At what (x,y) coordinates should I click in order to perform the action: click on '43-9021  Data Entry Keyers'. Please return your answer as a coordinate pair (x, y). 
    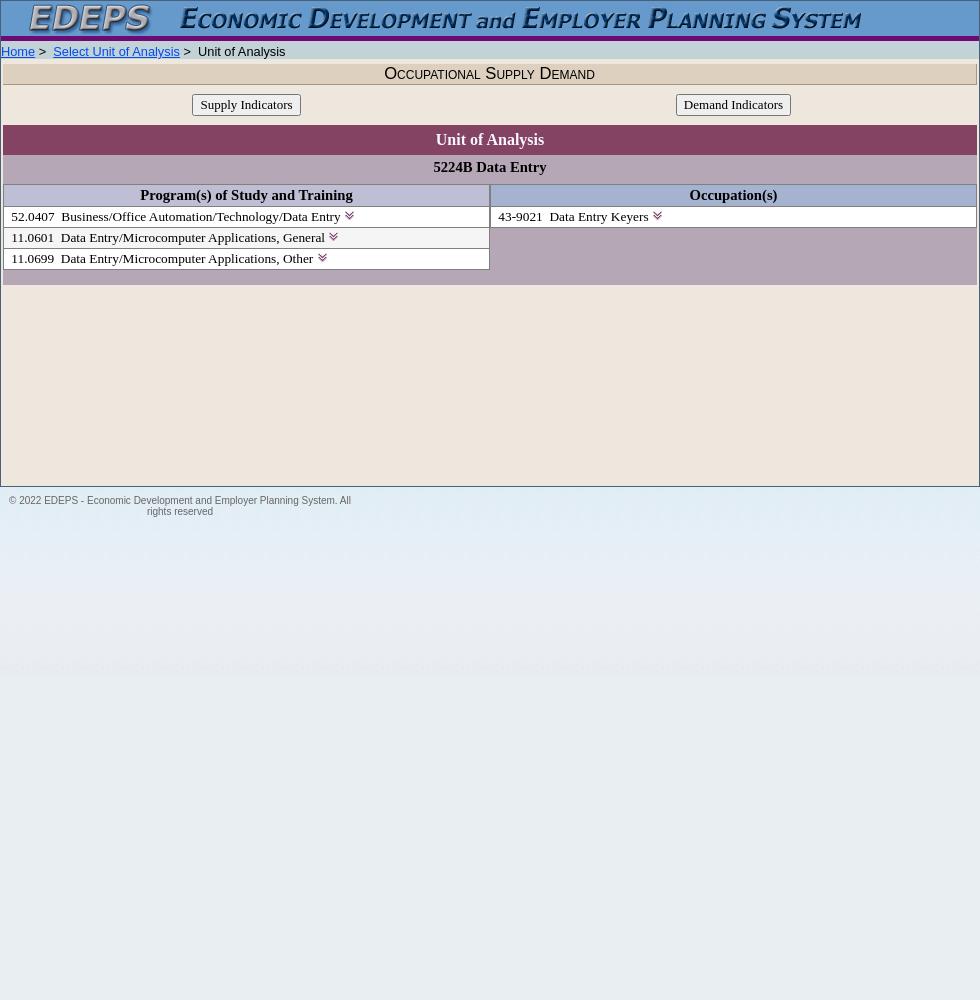
    Looking at the image, I should click on (494, 215).